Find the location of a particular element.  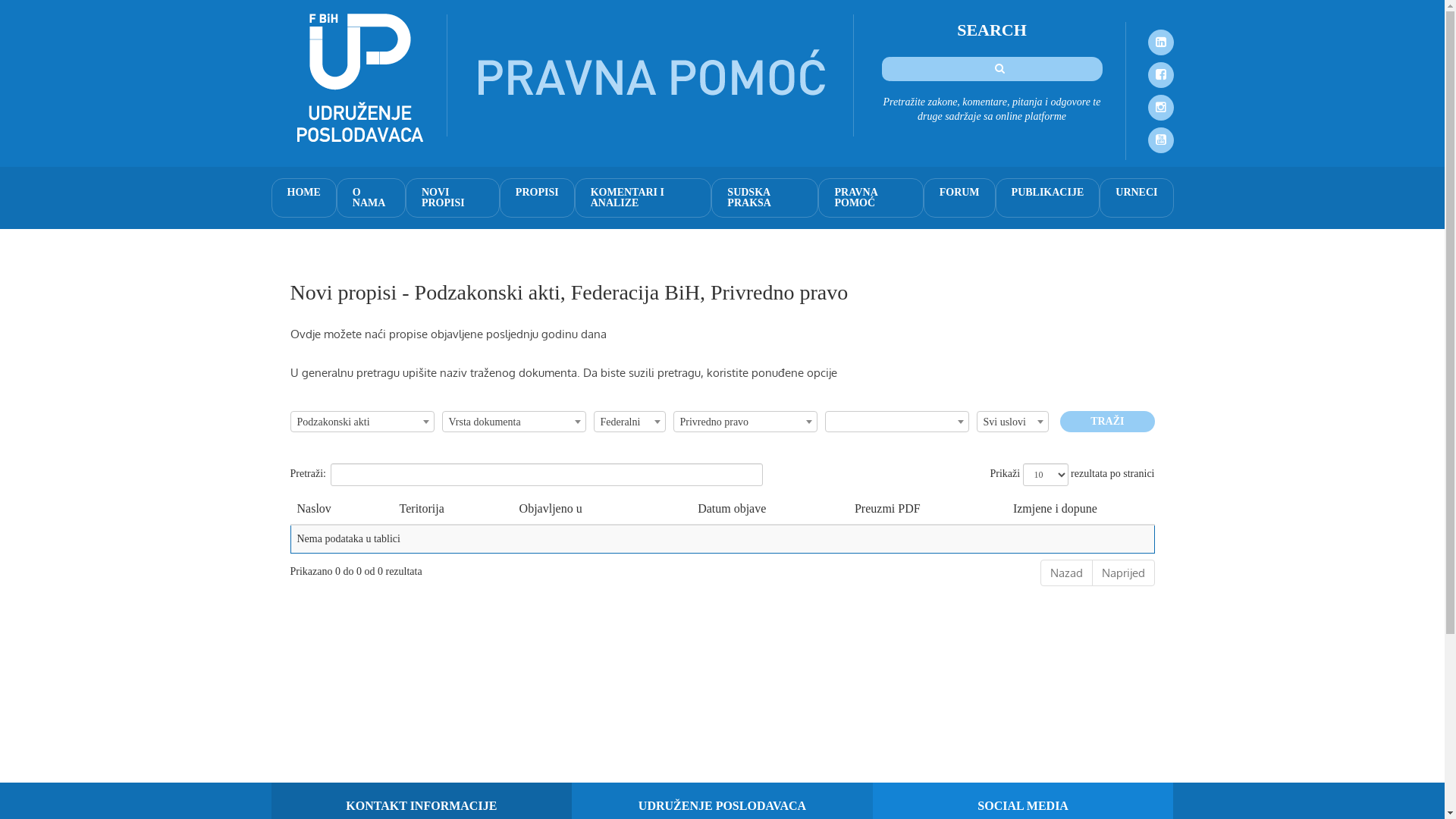

'HOME' is located at coordinates (303, 197).